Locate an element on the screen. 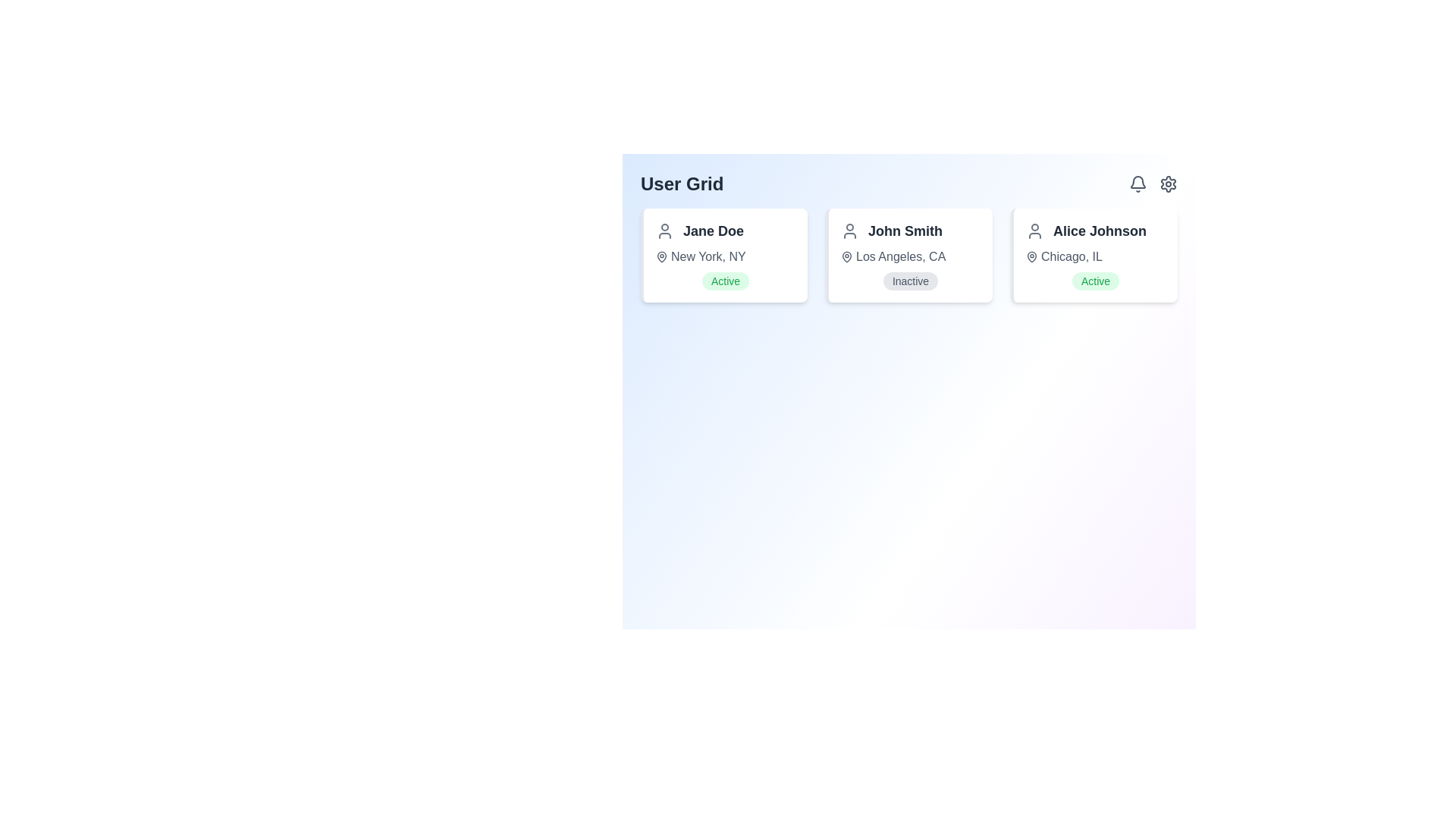 The image size is (1456, 819). the geographical location icon representing 'Alice Johnson' in the user grid, located in the third column, to the left of the text 'Chicago, IL' is located at coordinates (1031, 256).